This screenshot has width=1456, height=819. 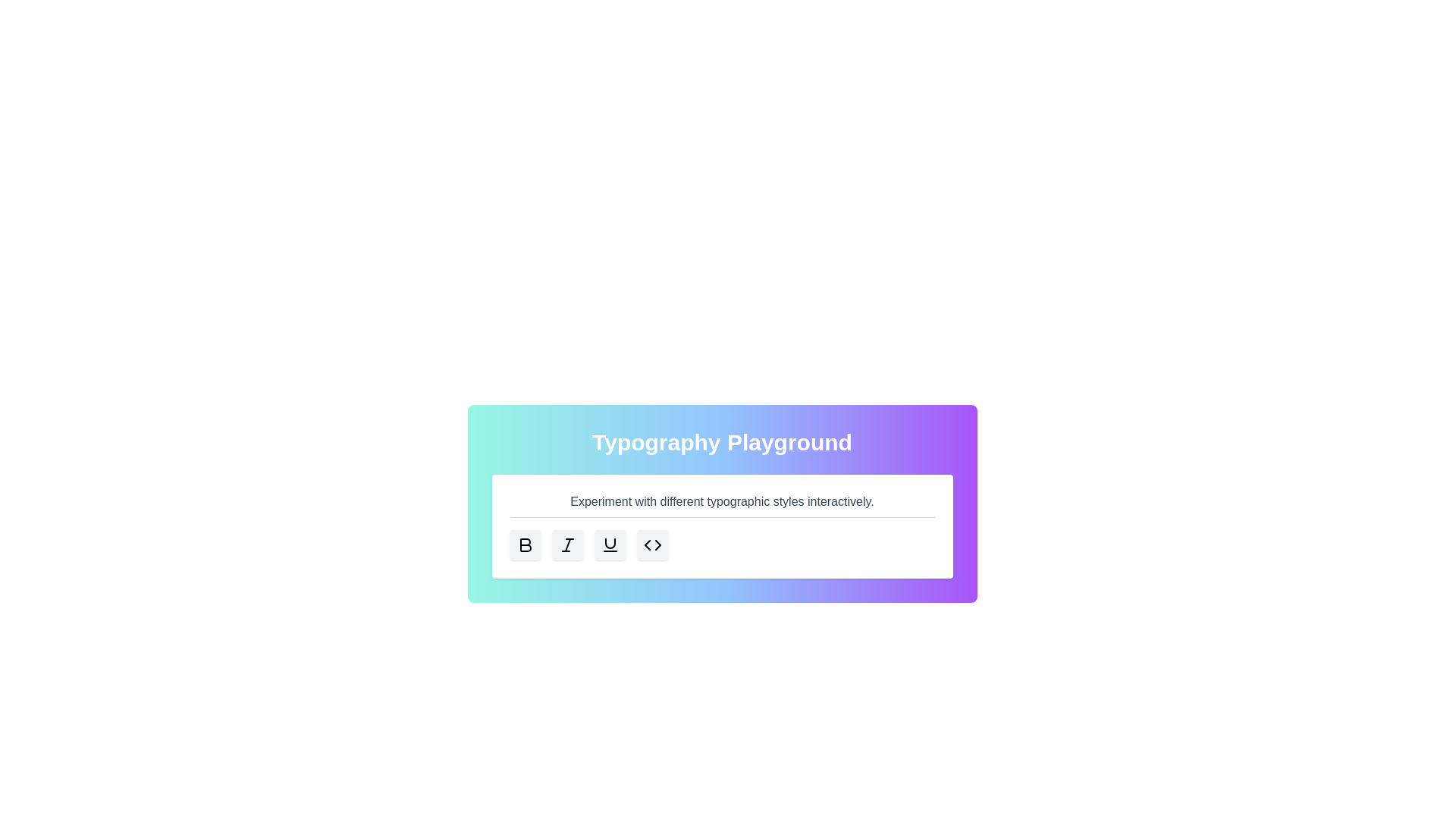 I want to click on the leftward arrow in the SVG graphical element, so click(x=647, y=544).